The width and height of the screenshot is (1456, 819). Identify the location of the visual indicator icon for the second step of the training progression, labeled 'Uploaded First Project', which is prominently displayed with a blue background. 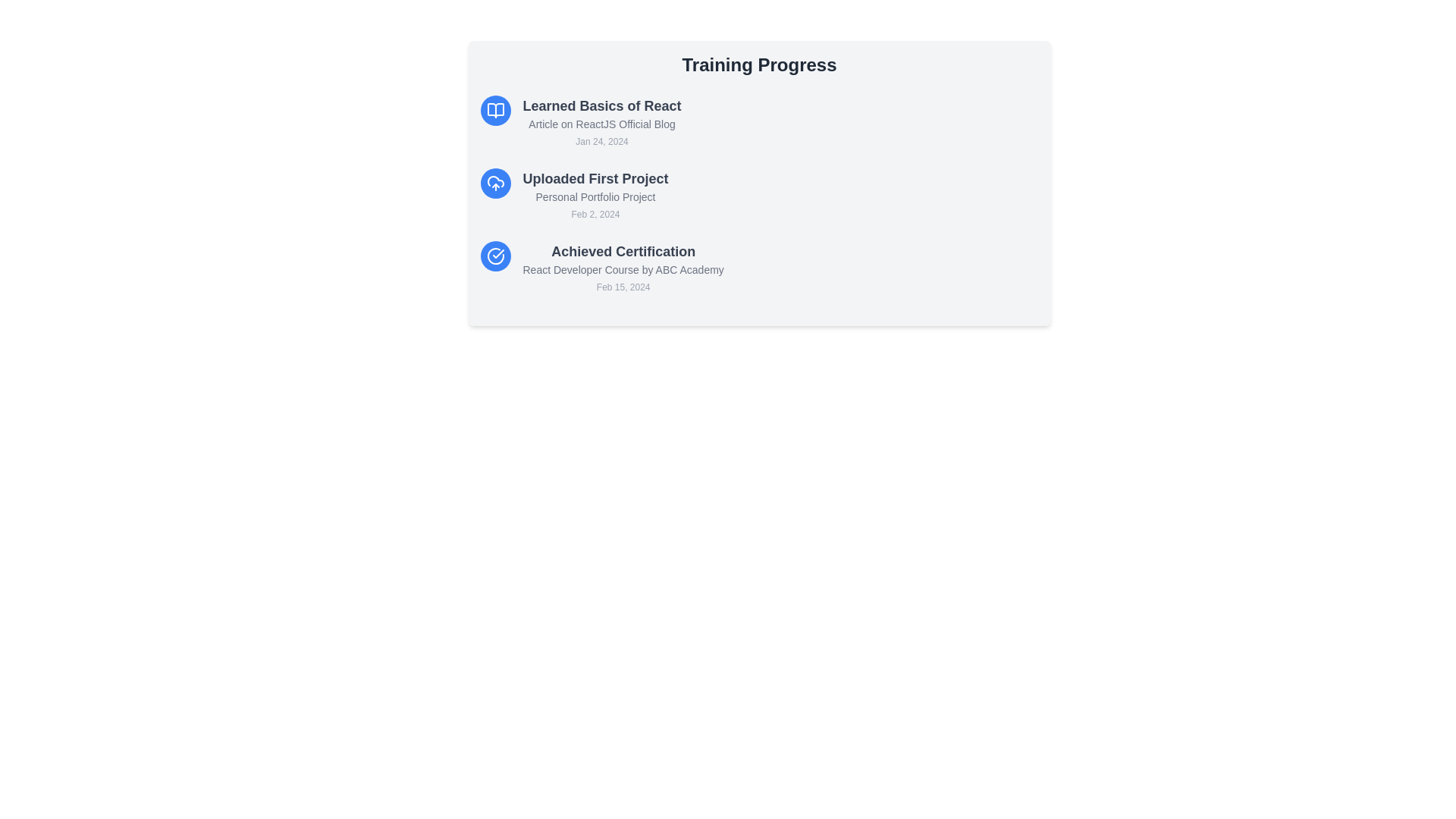
(495, 183).